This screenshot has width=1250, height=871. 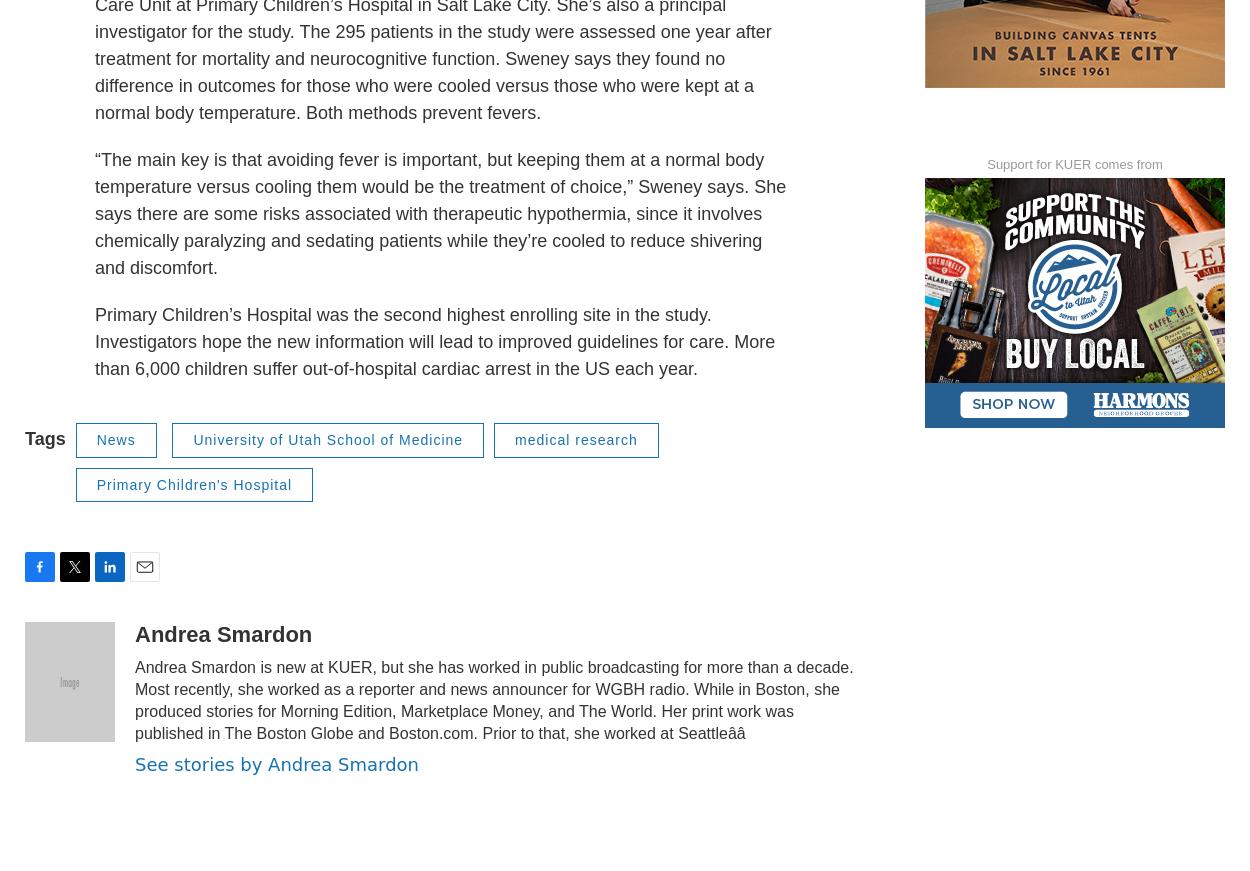 What do you see at coordinates (493, 743) in the screenshot?
I see `'Andrea Smardon is new at KUER, but she has worked in public broadcasting for more than a decade. Most recently, she worked as a reporter and news announcer for WGBH radio. While in Boston, she produced stories for Morning Edition, Marketplace Money, and The World. Her print work was published in The Boston Globe and Boston.com. Prior to that, she worked at Seattleââ'` at bounding box center [493, 743].